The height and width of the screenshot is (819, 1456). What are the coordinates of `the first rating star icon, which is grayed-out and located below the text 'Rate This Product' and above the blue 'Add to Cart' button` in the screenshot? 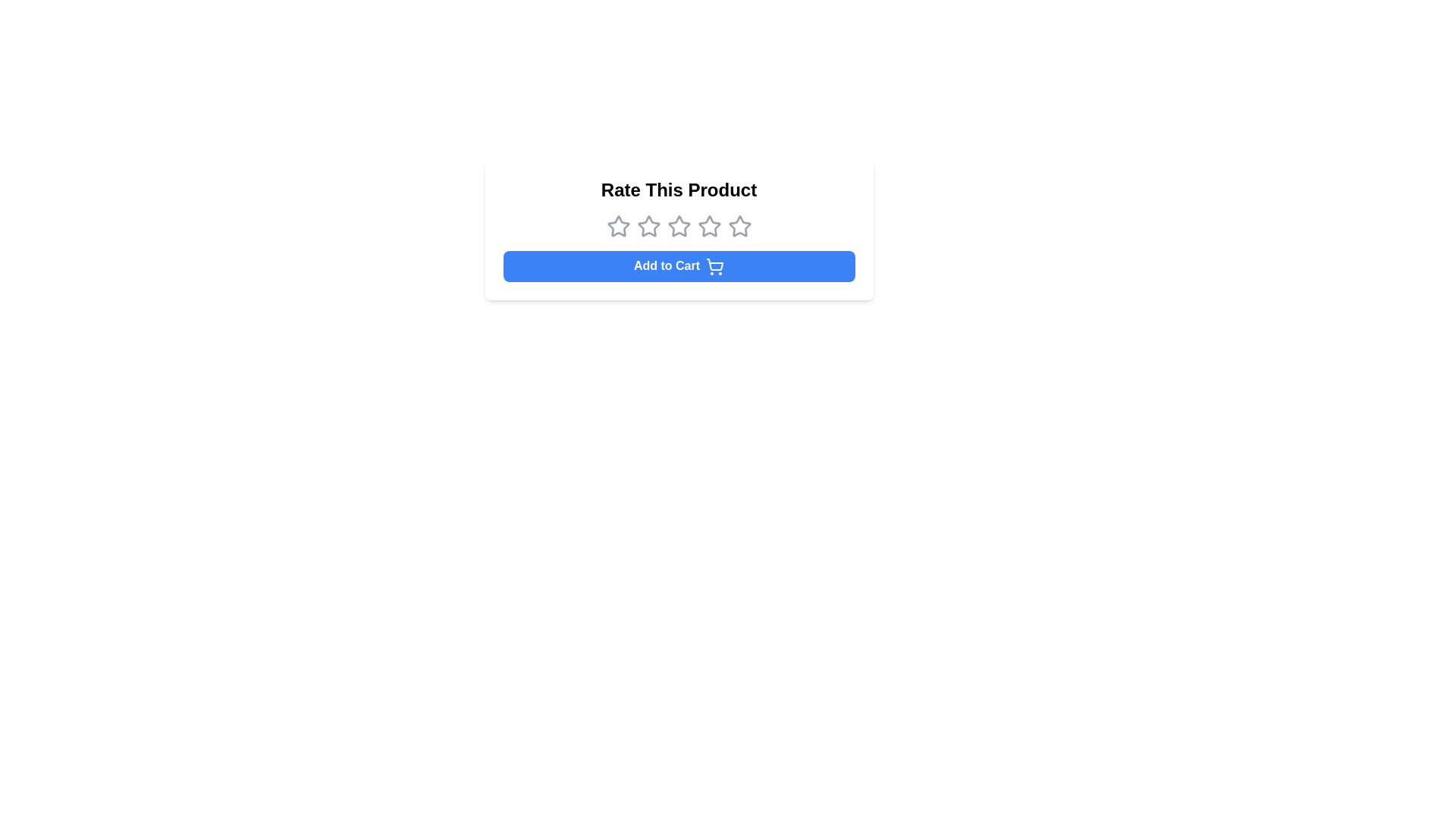 It's located at (618, 227).